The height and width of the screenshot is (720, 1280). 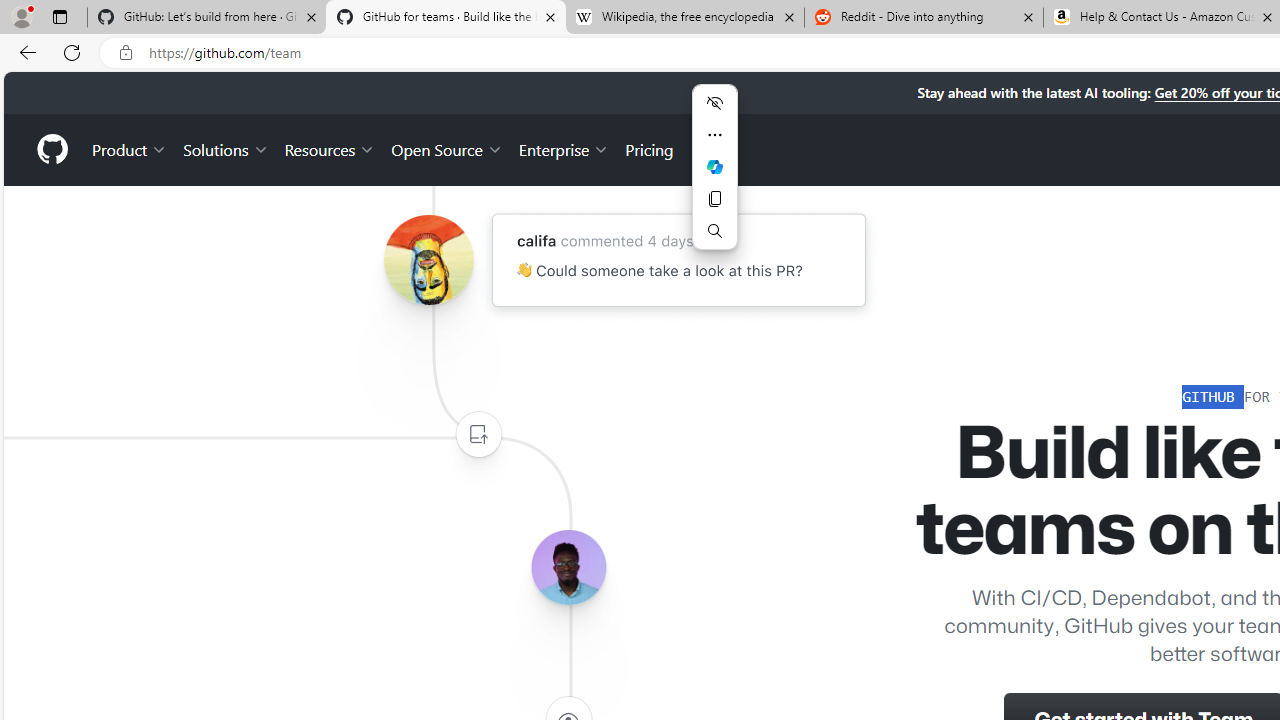 I want to click on 'Pricing', so click(x=649, y=148).